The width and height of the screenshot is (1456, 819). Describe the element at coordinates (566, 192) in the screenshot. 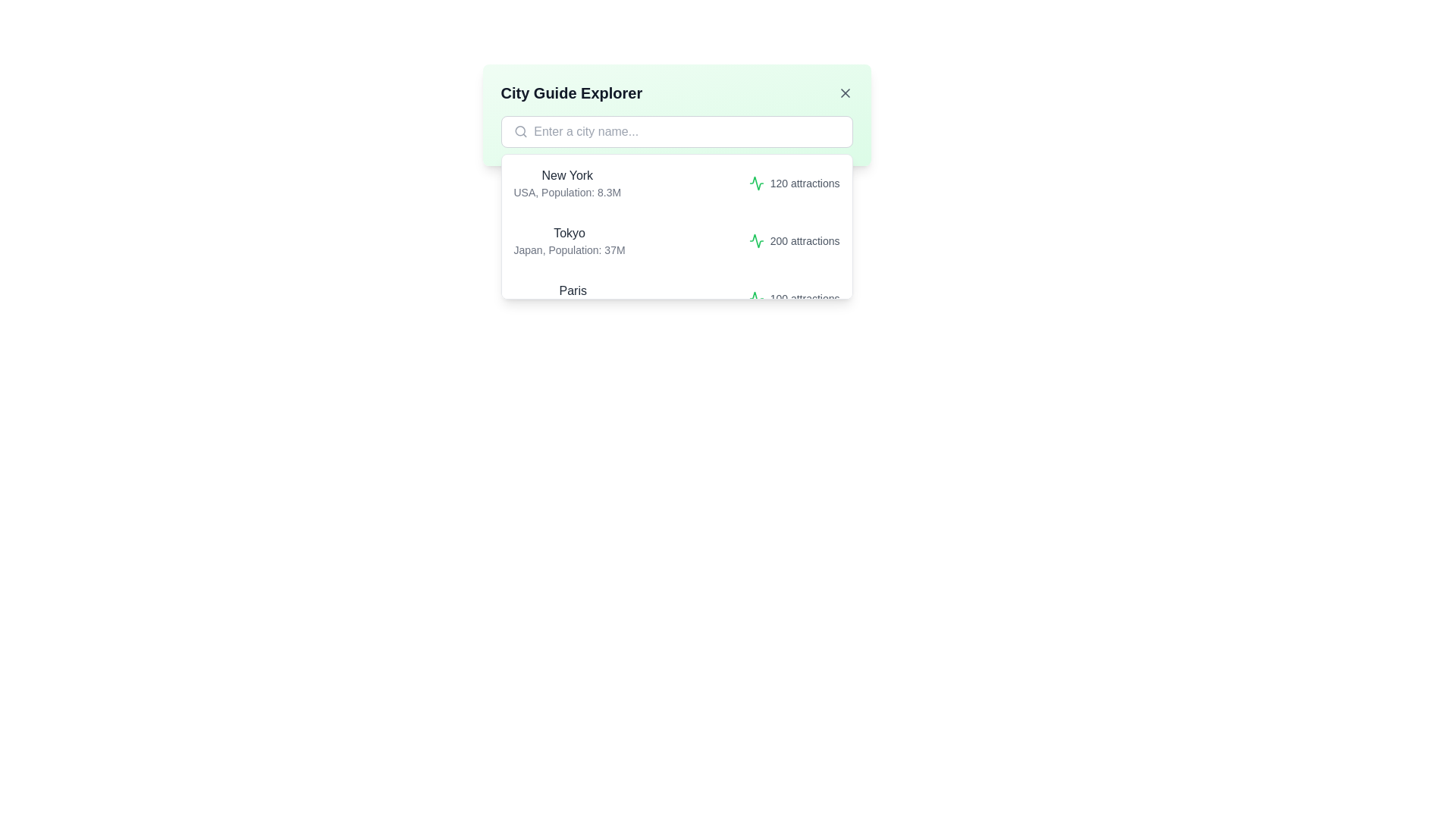

I see `textual content displaying 'USA, Population: 8.3M' located directly below the 'New York' title in the city list for information retrieval` at that location.